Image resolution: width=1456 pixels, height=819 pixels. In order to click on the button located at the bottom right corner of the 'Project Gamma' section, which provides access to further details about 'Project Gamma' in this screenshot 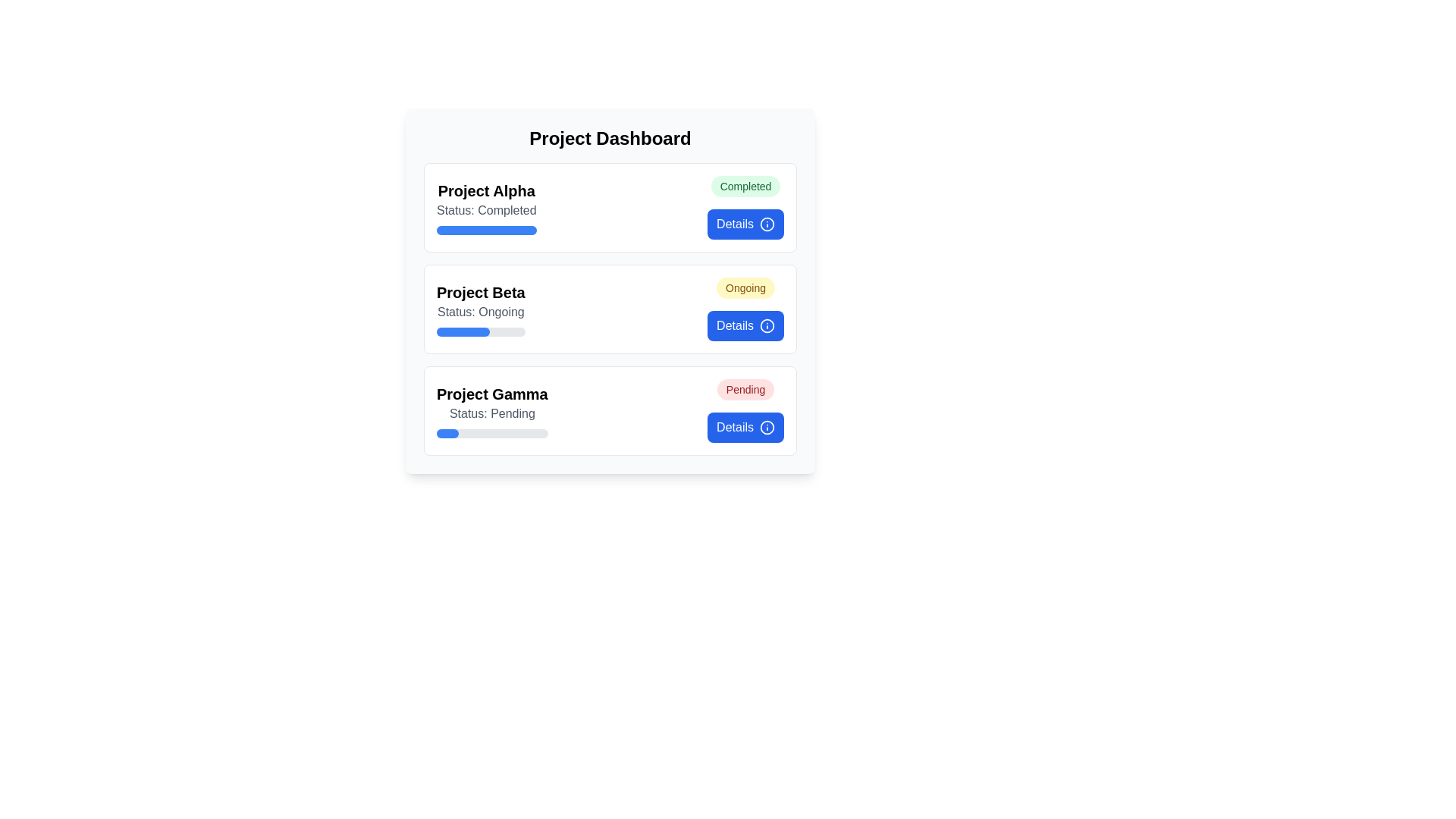, I will do `click(745, 427)`.